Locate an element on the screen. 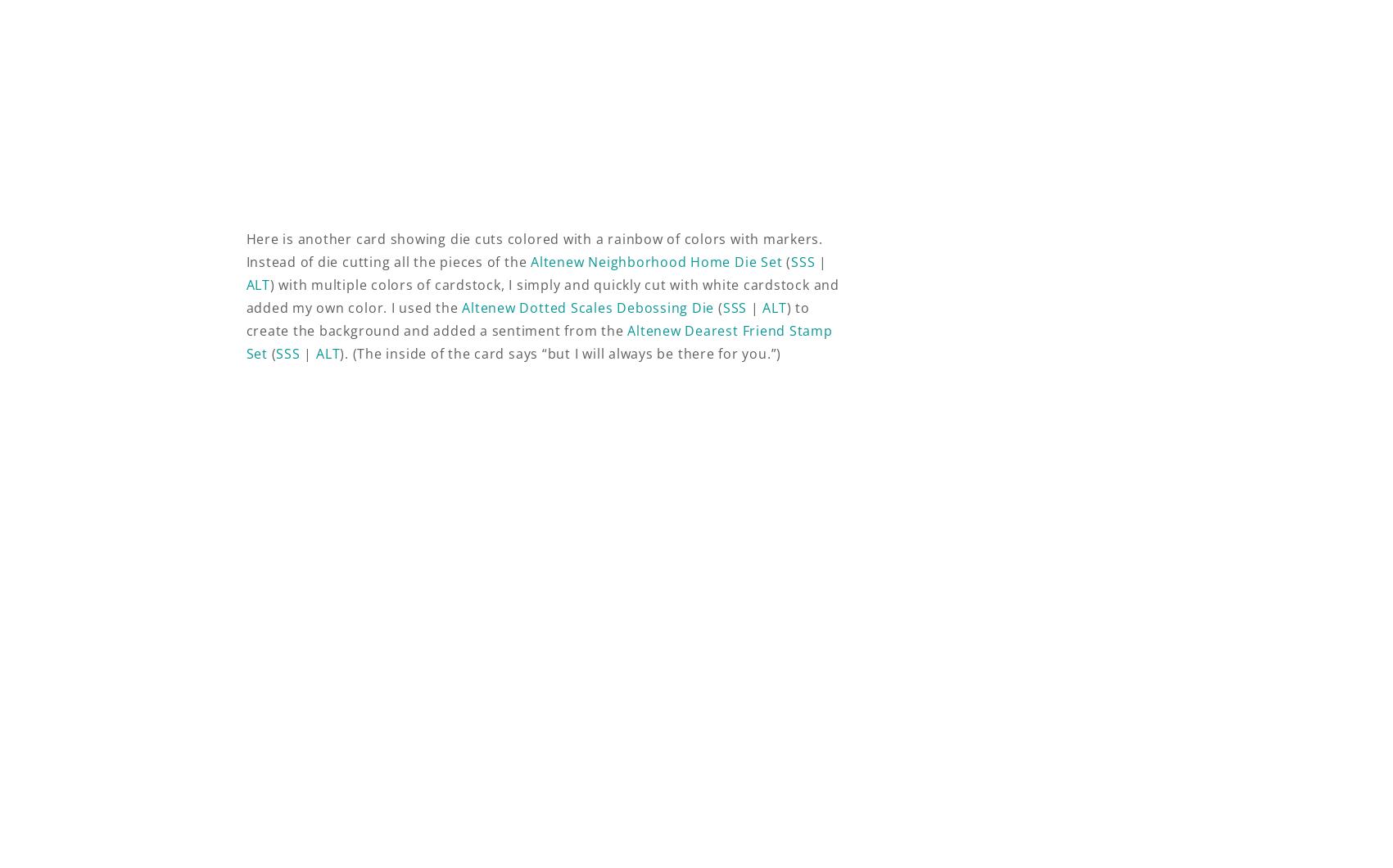  'Altenew Dotted Scales Debossing Die' is located at coordinates (462, 307).